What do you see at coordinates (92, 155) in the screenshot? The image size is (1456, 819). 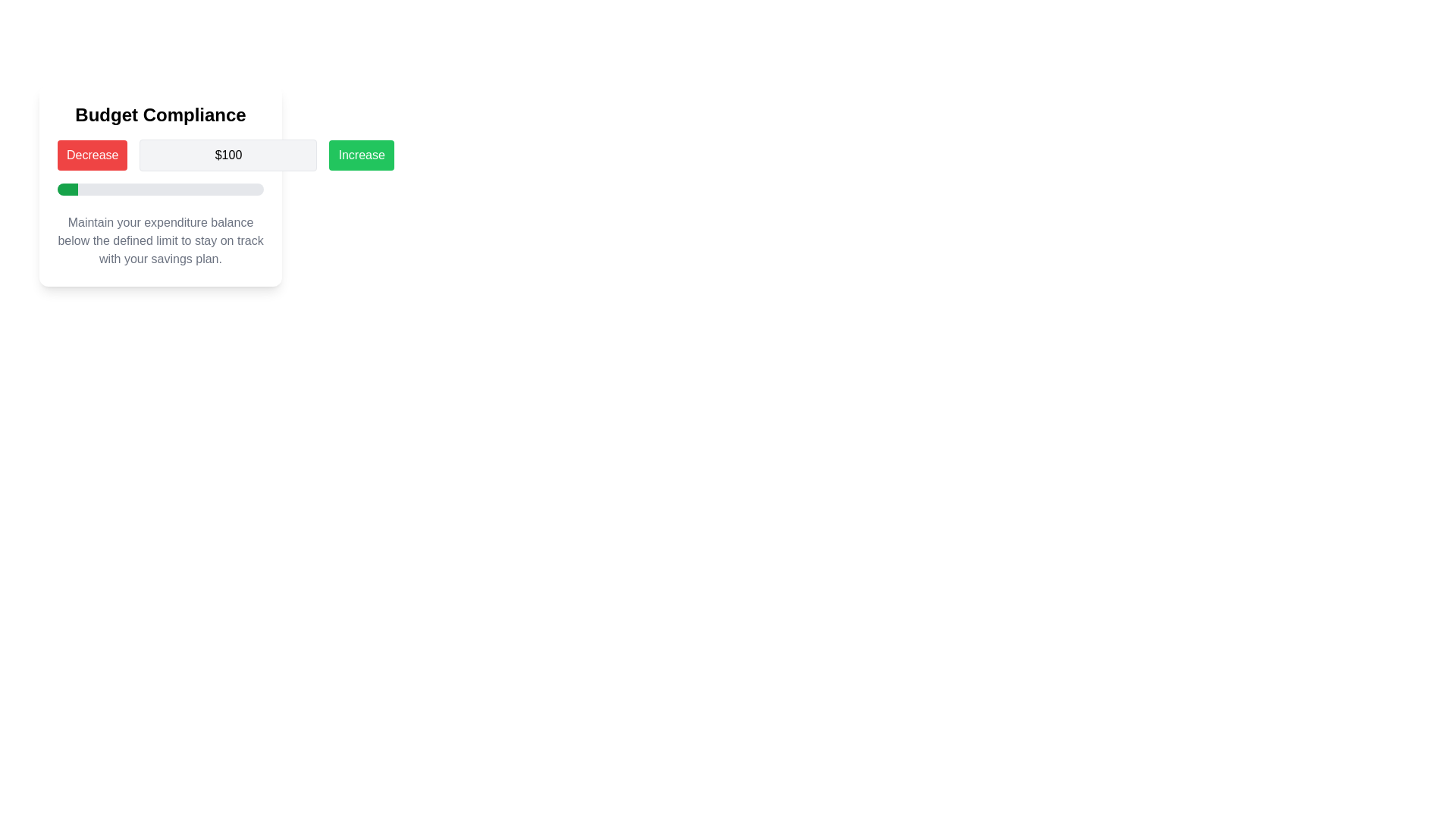 I see `the 'Decrease' button with a red background and white text` at bounding box center [92, 155].